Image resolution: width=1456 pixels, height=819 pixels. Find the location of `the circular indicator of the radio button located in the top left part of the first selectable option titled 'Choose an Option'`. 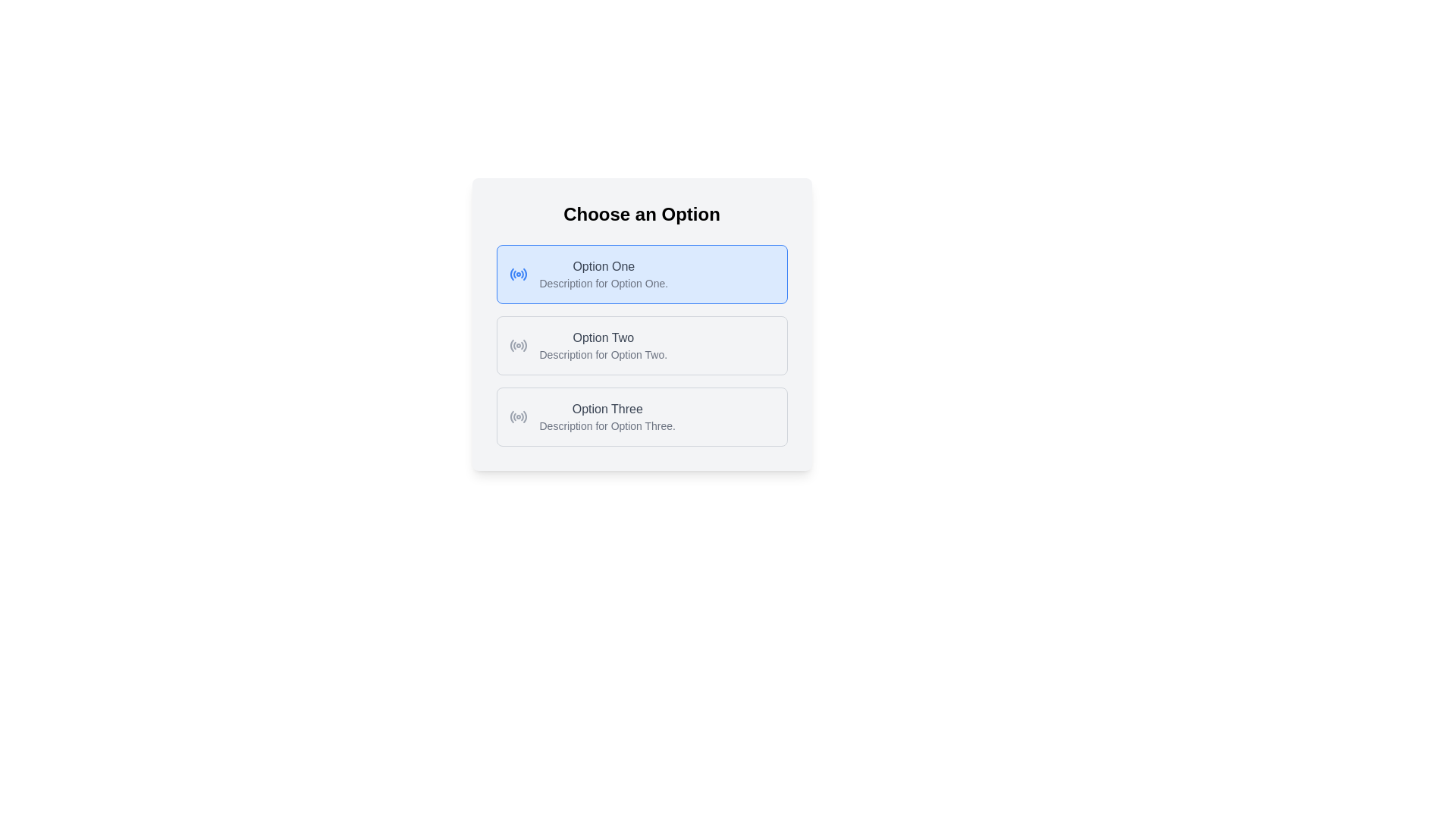

the circular indicator of the radio button located in the top left part of the first selectable option titled 'Choose an Option' is located at coordinates (524, 274).